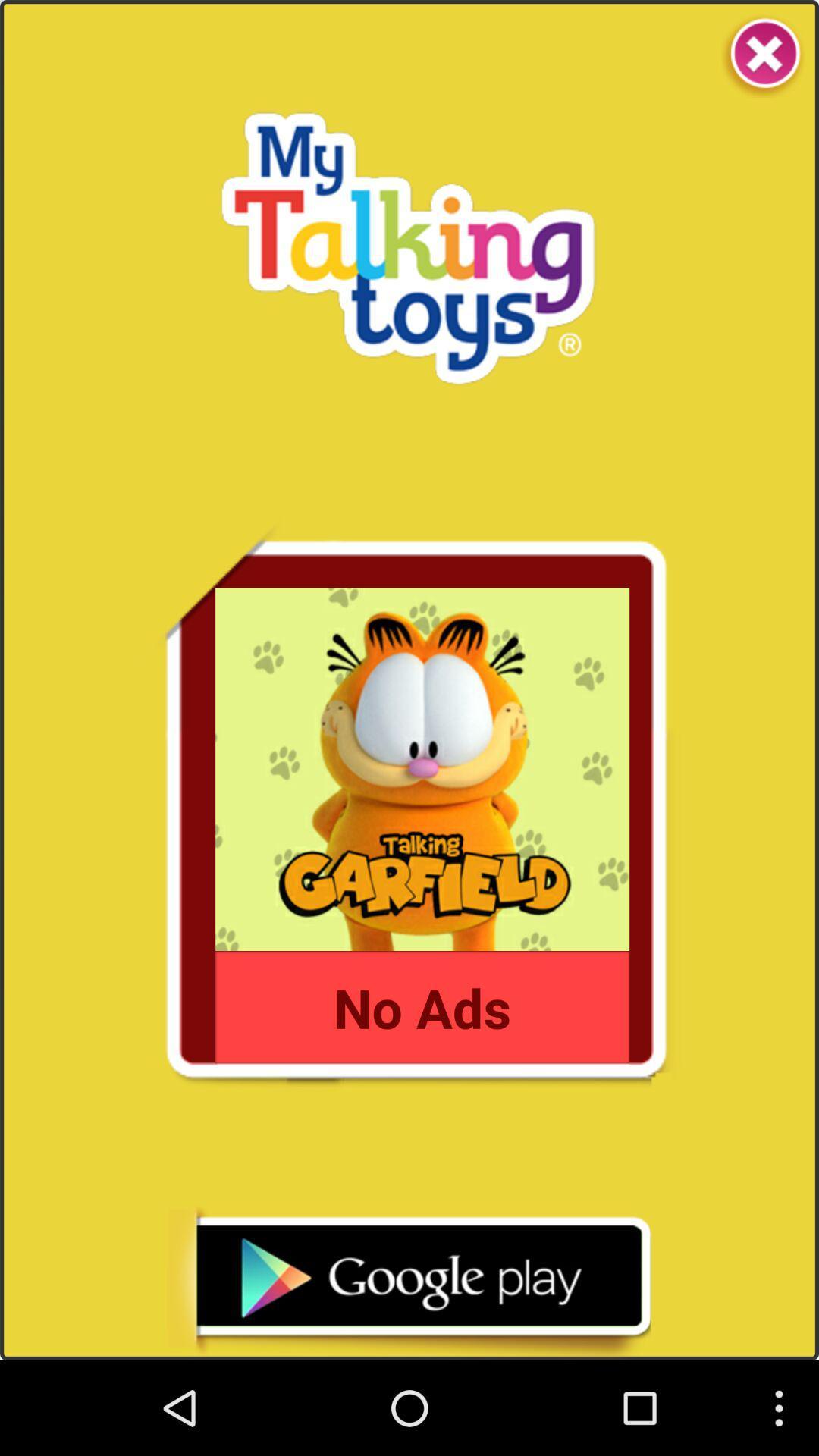  Describe the element at coordinates (408, 1282) in the screenshot. I see `announcement` at that location.